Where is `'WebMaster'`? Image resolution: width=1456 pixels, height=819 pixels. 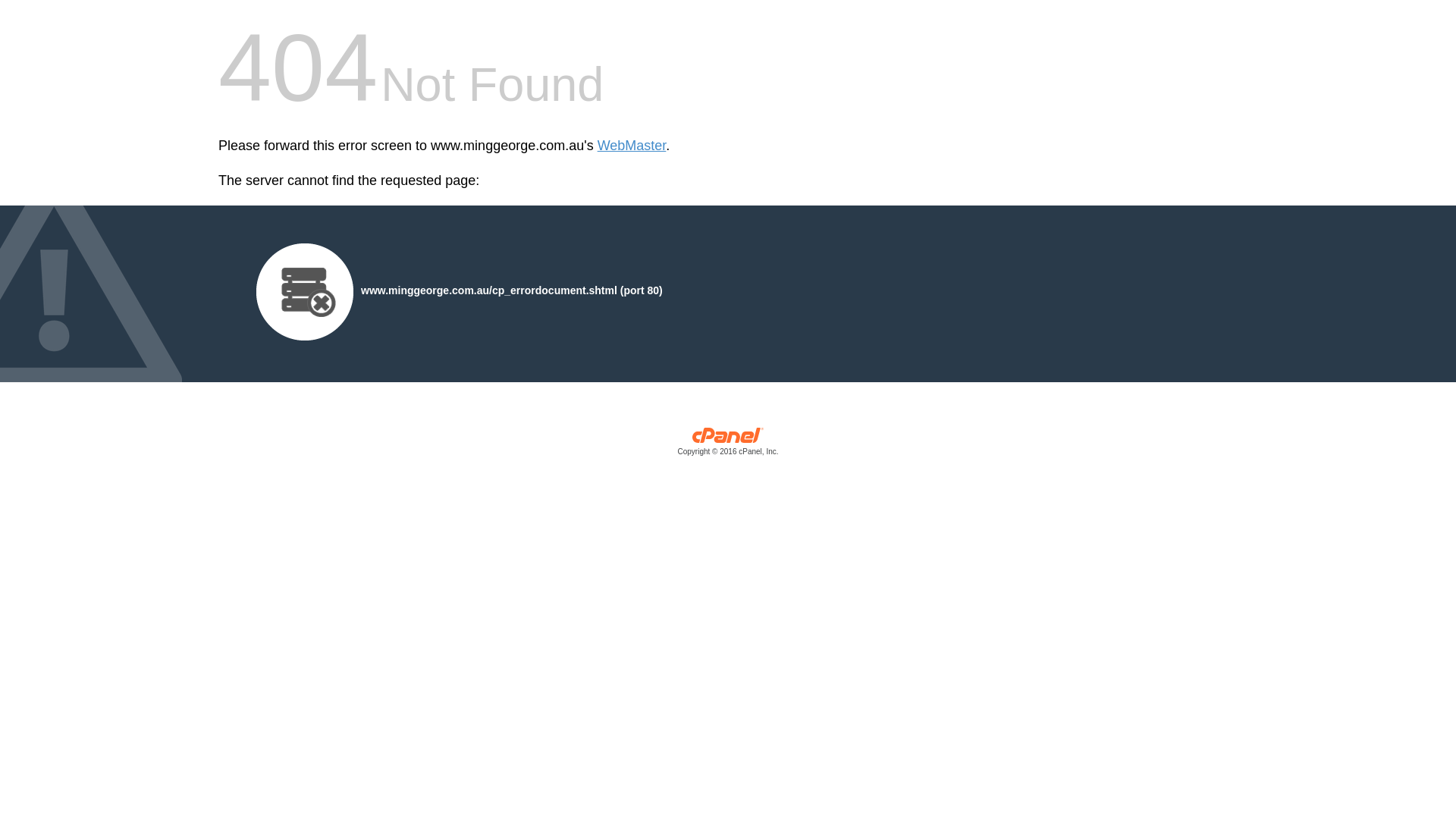 'WebMaster' is located at coordinates (596, 146).